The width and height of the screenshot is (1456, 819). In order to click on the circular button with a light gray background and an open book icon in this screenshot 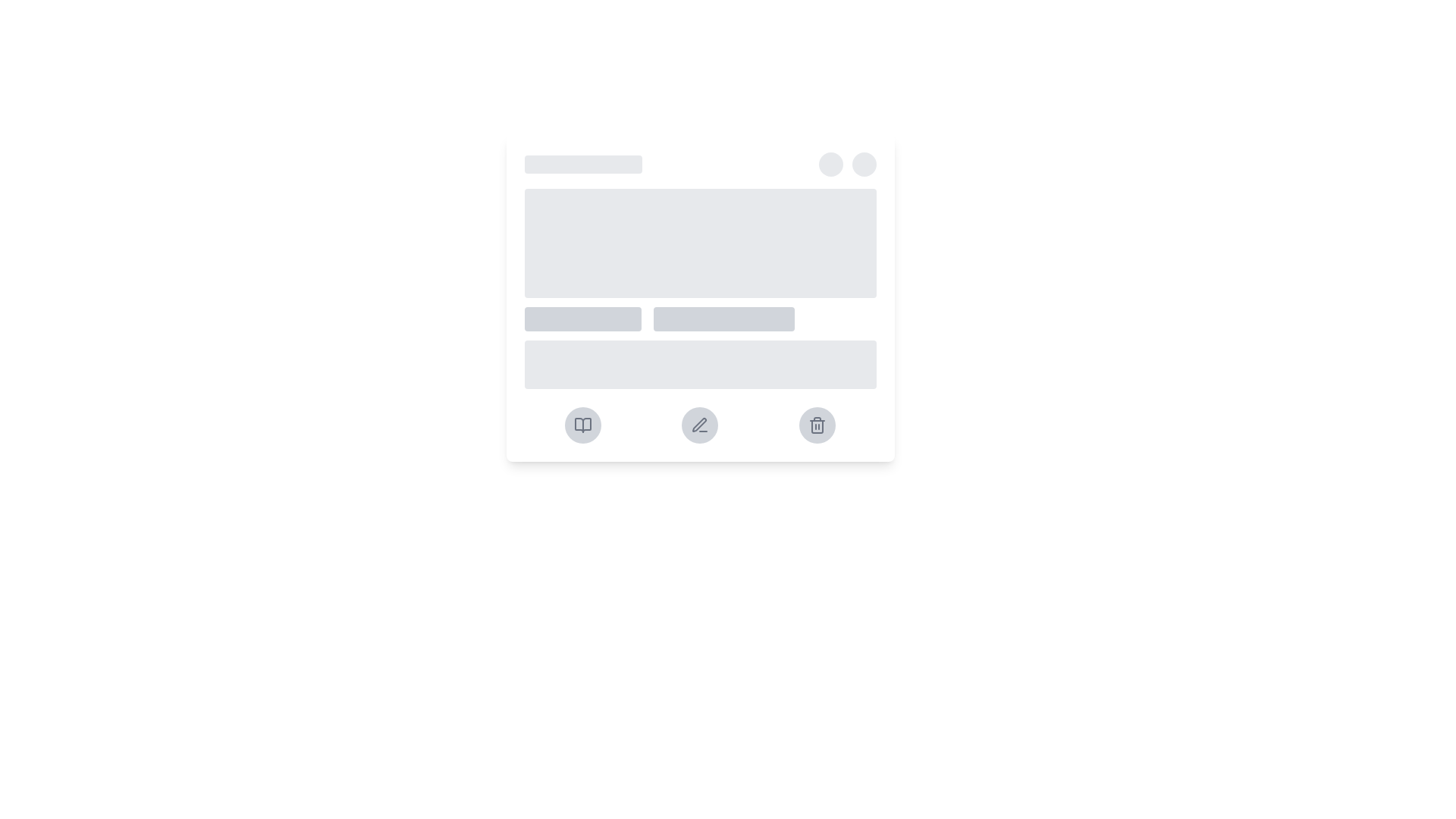, I will do `click(582, 425)`.